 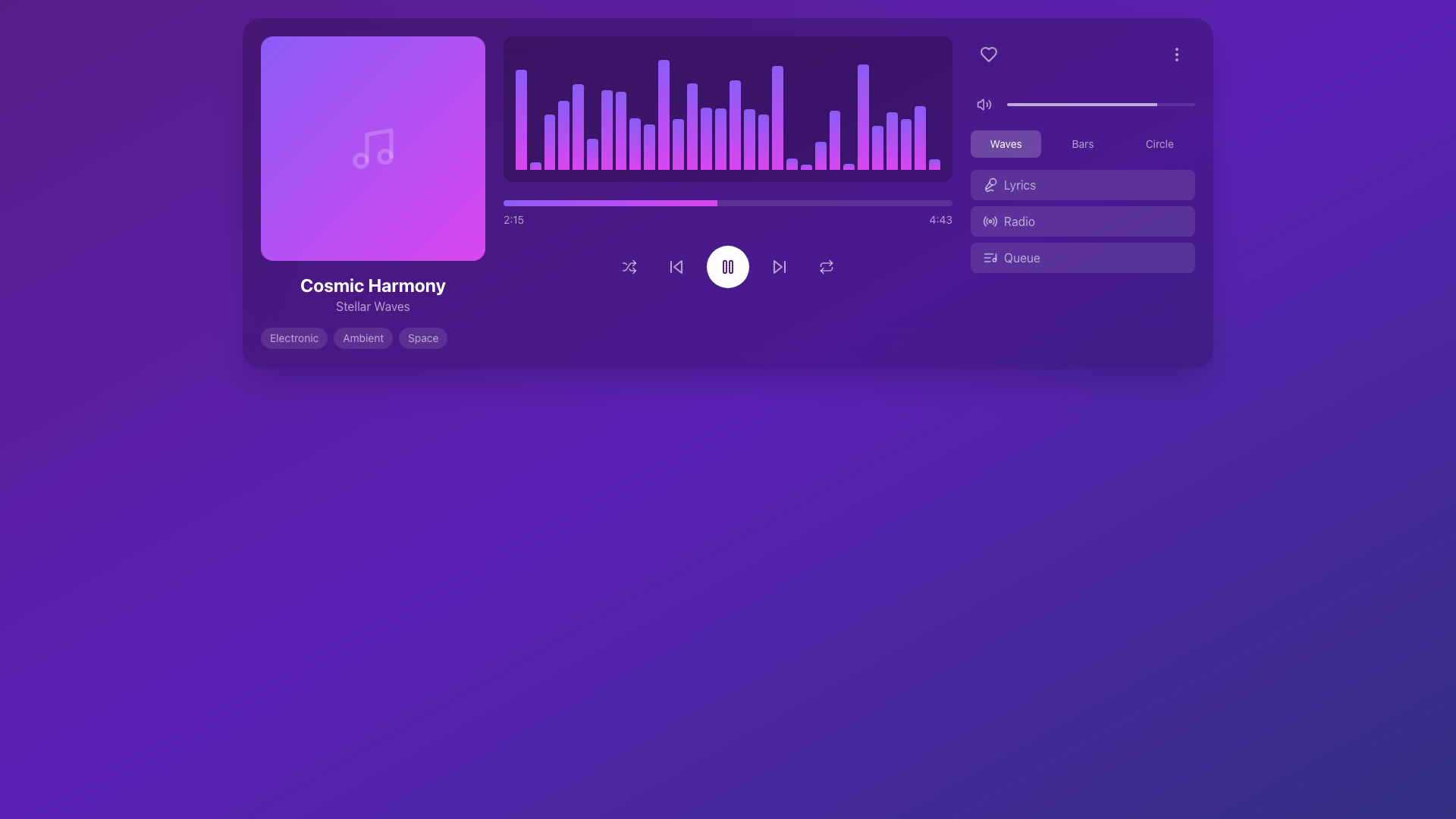 What do you see at coordinates (791, 164) in the screenshot?
I see `the 19th vertical waveform bar on the right side of the audio waveform display, which has a gradient fill from fuchsia to violet and a rounded top` at bounding box center [791, 164].